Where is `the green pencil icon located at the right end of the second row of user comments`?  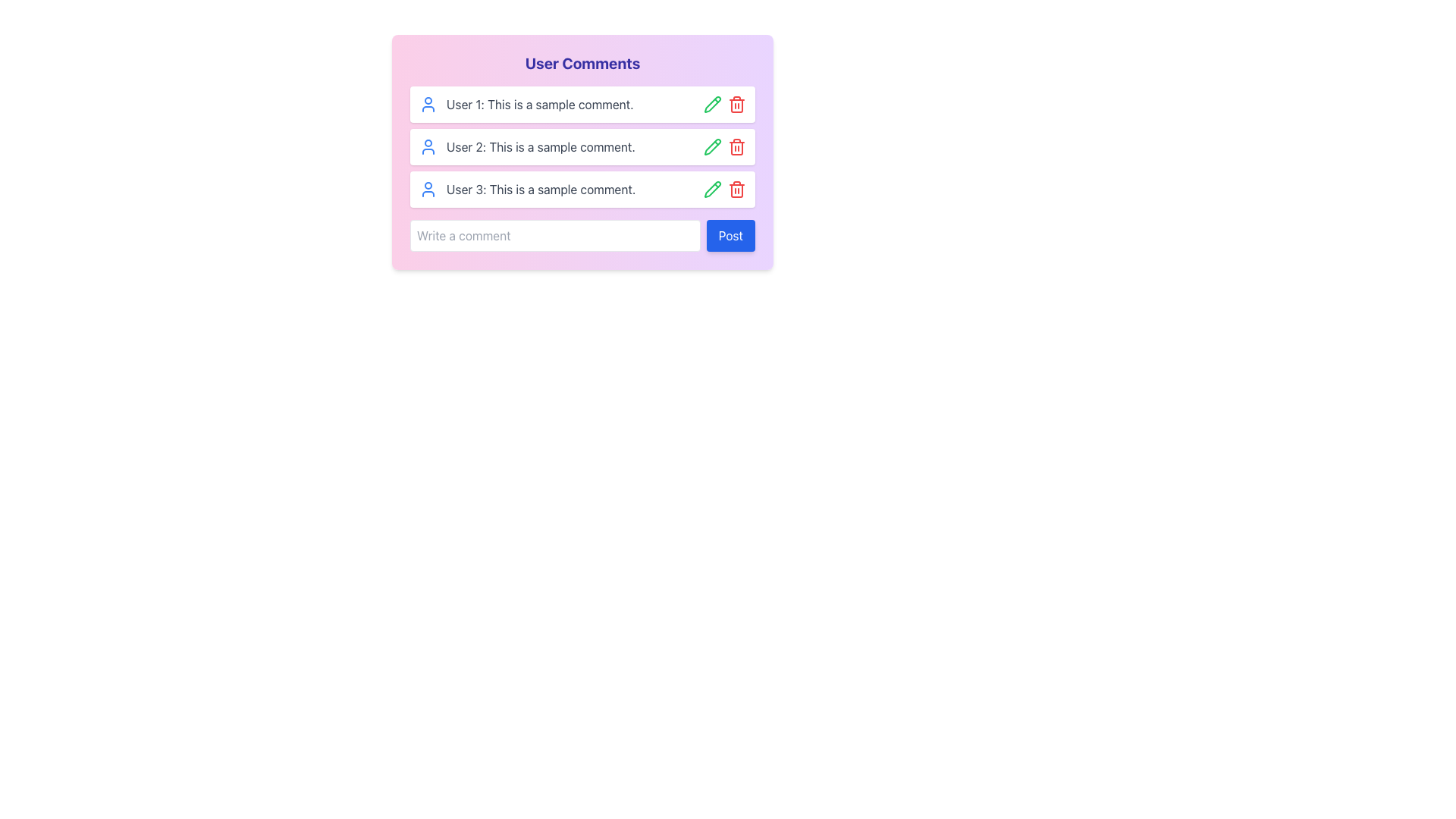 the green pencil icon located at the right end of the second row of user comments is located at coordinates (712, 104).